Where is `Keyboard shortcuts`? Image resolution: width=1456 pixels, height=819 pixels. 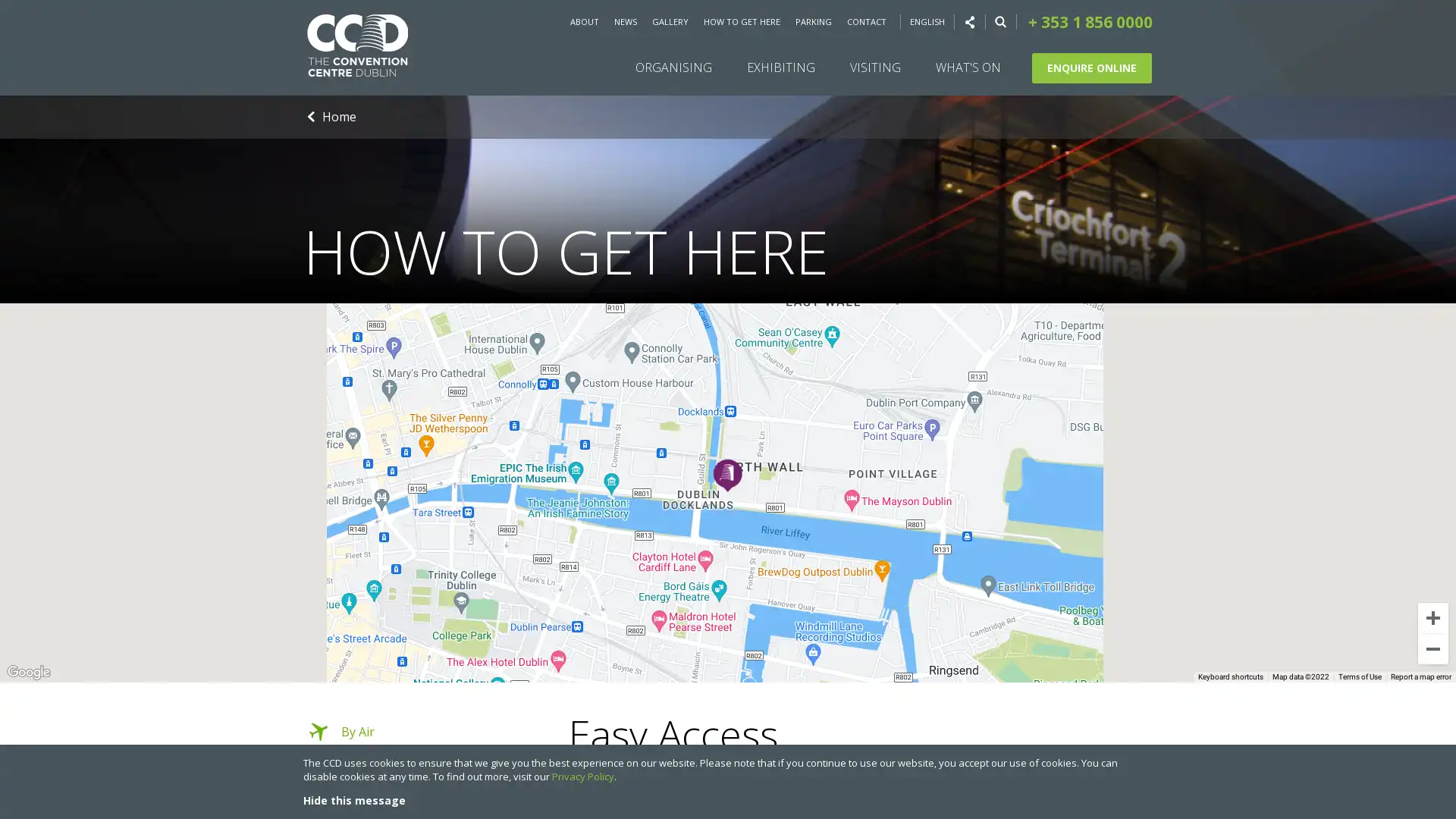
Keyboard shortcuts is located at coordinates (1230, 676).